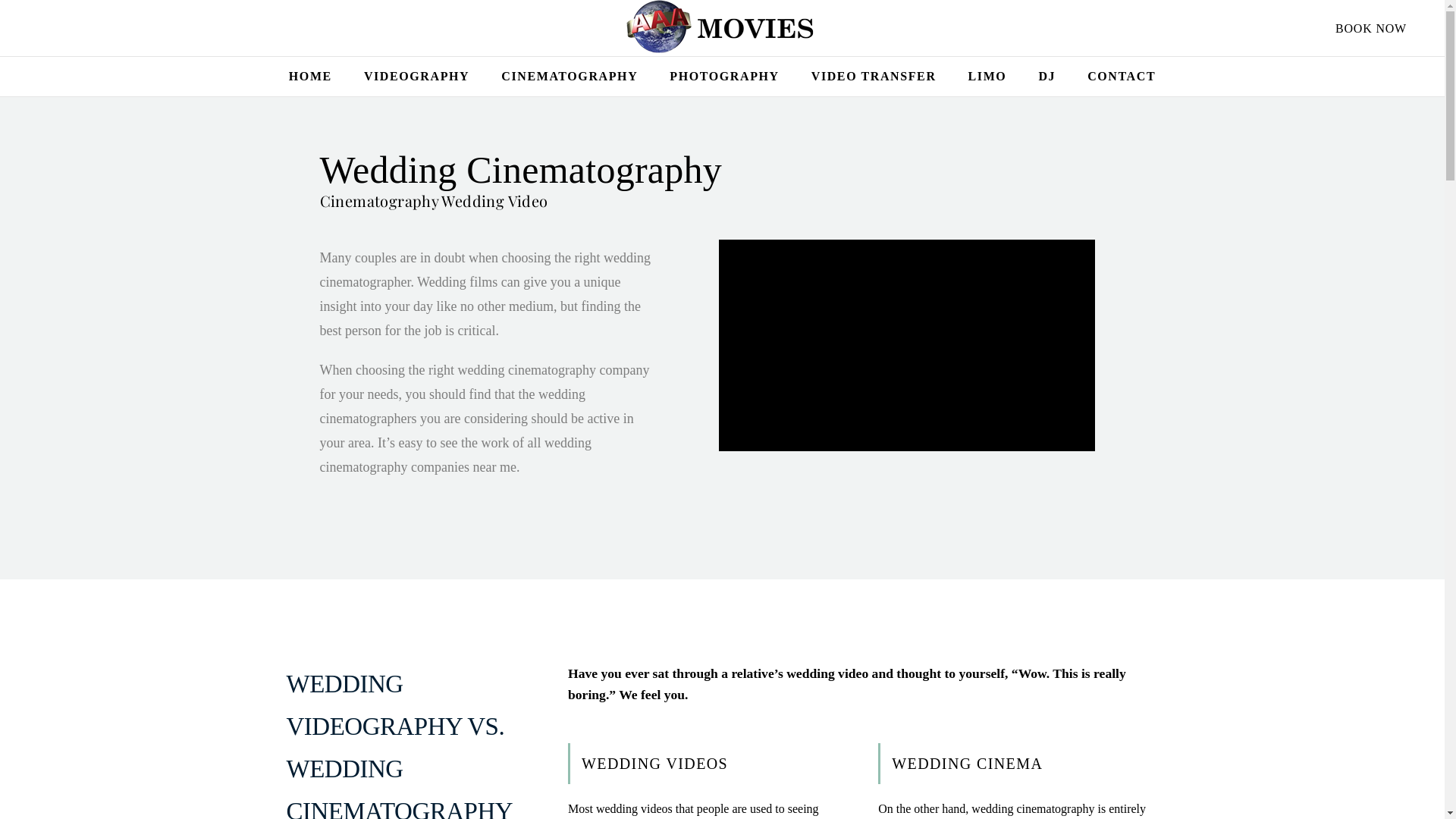 This screenshot has height=819, width=1456. What do you see at coordinates (1121, 76) in the screenshot?
I see `'CONTACT'` at bounding box center [1121, 76].